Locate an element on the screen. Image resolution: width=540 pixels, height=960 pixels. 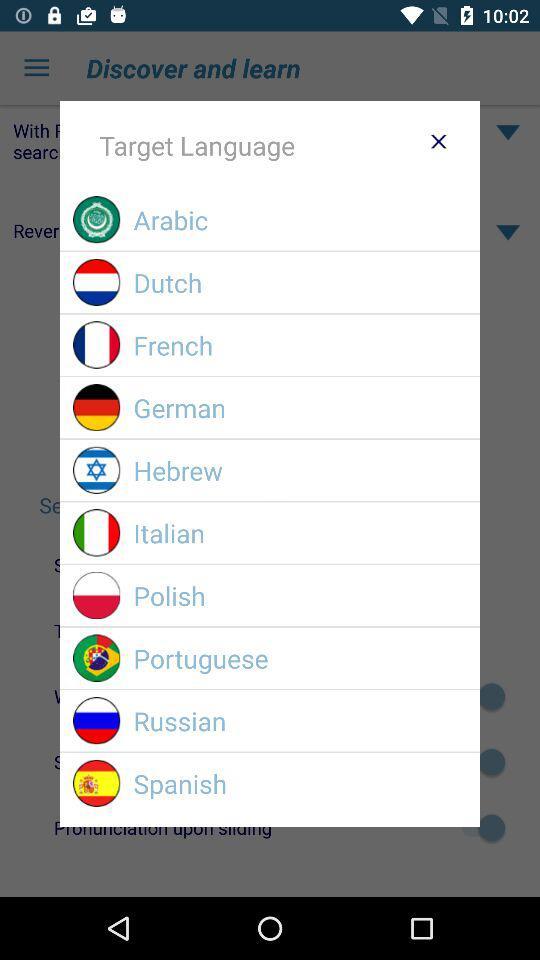
the dutch is located at coordinates (299, 281).